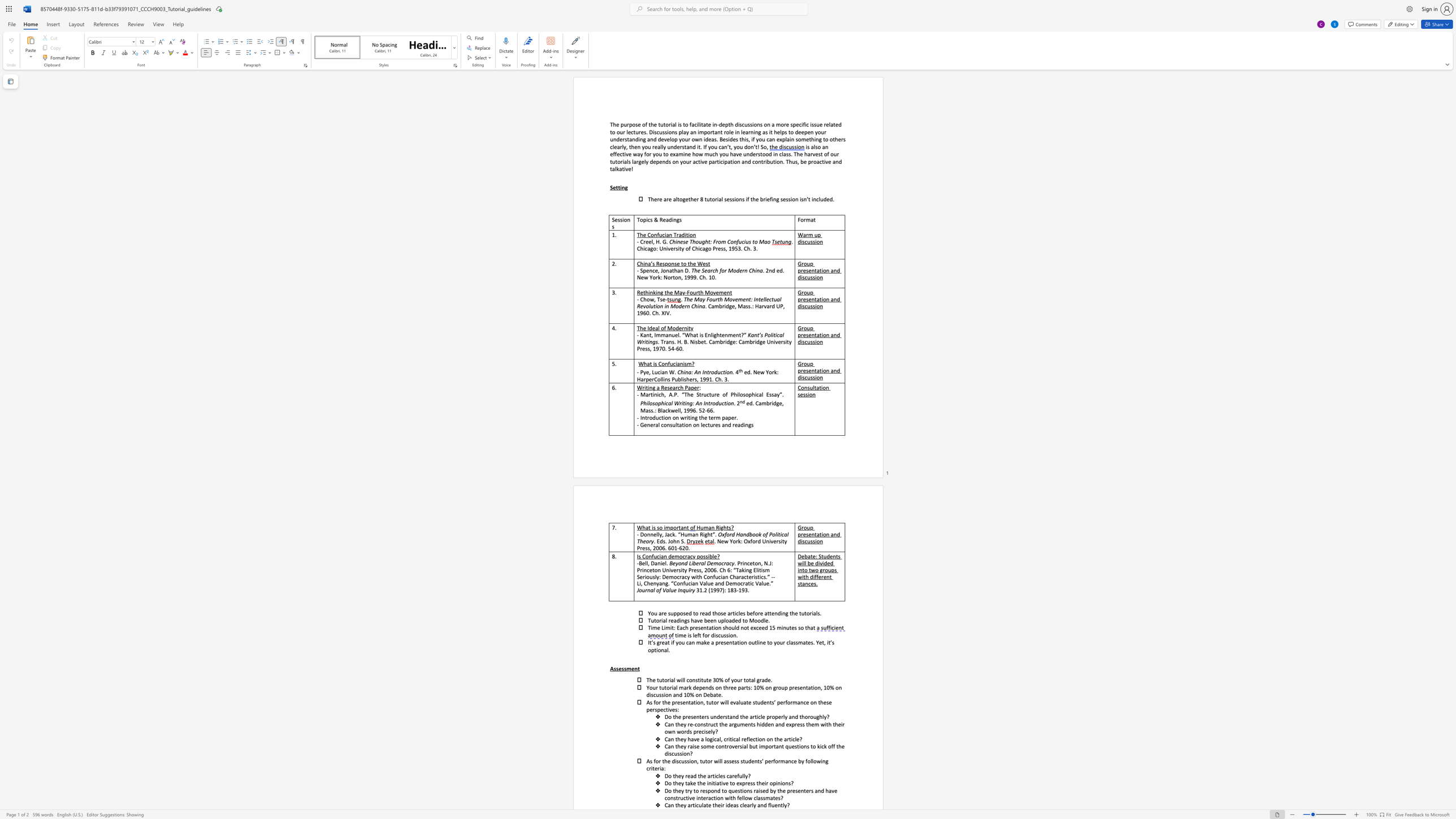 The width and height of the screenshot is (1456, 819). Describe the element at coordinates (665, 590) in the screenshot. I see `the subset text "alue Inquir" within the text "Journal of Value Inquiry"` at that location.